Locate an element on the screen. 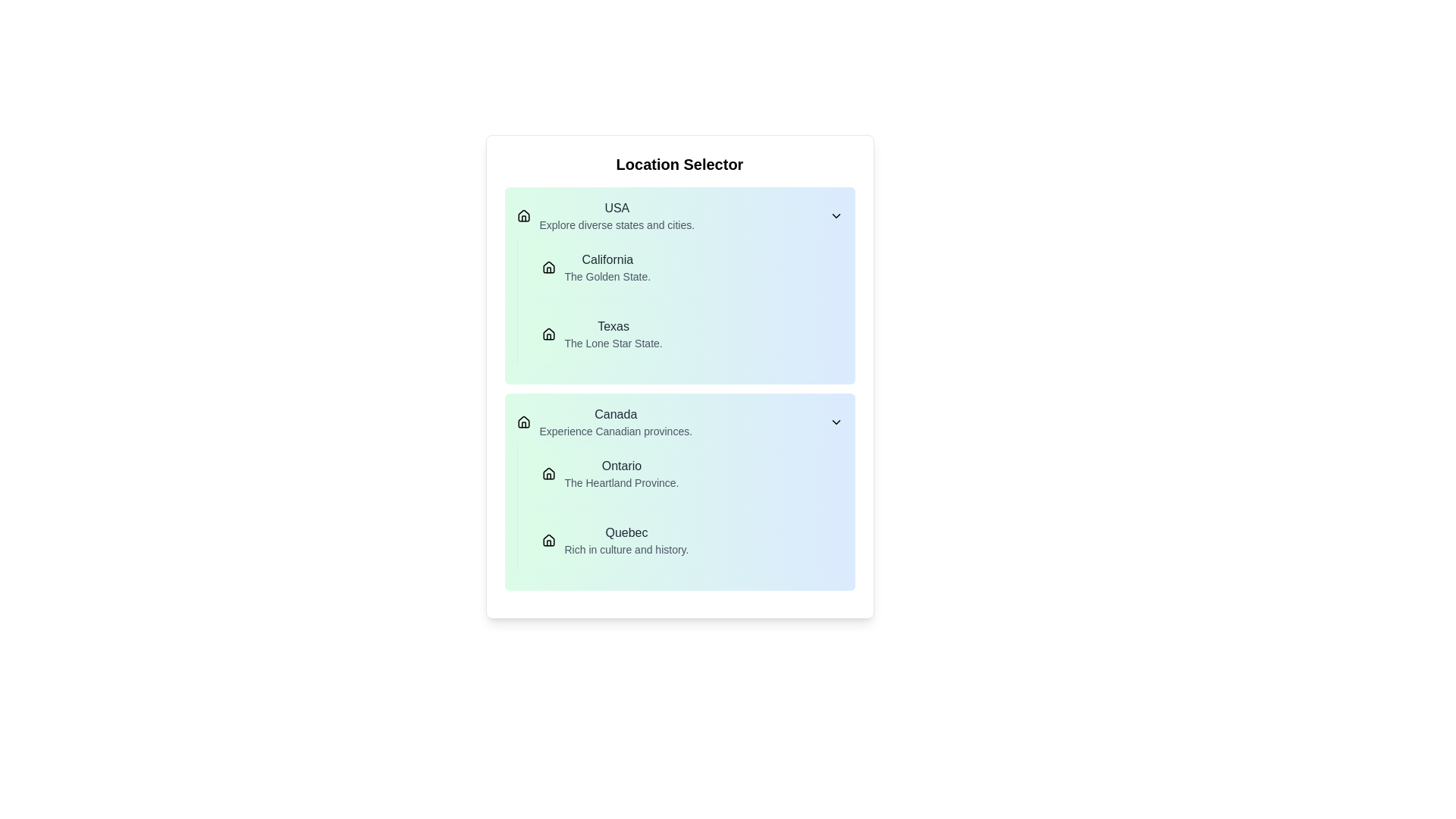 Image resolution: width=1456 pixels, height=819 pixels. the house icon representing the home in the Canada section of the location selector, positioned to the left of the text 'Ontario The Heartland Province.' is located at coordinates (548, 472).